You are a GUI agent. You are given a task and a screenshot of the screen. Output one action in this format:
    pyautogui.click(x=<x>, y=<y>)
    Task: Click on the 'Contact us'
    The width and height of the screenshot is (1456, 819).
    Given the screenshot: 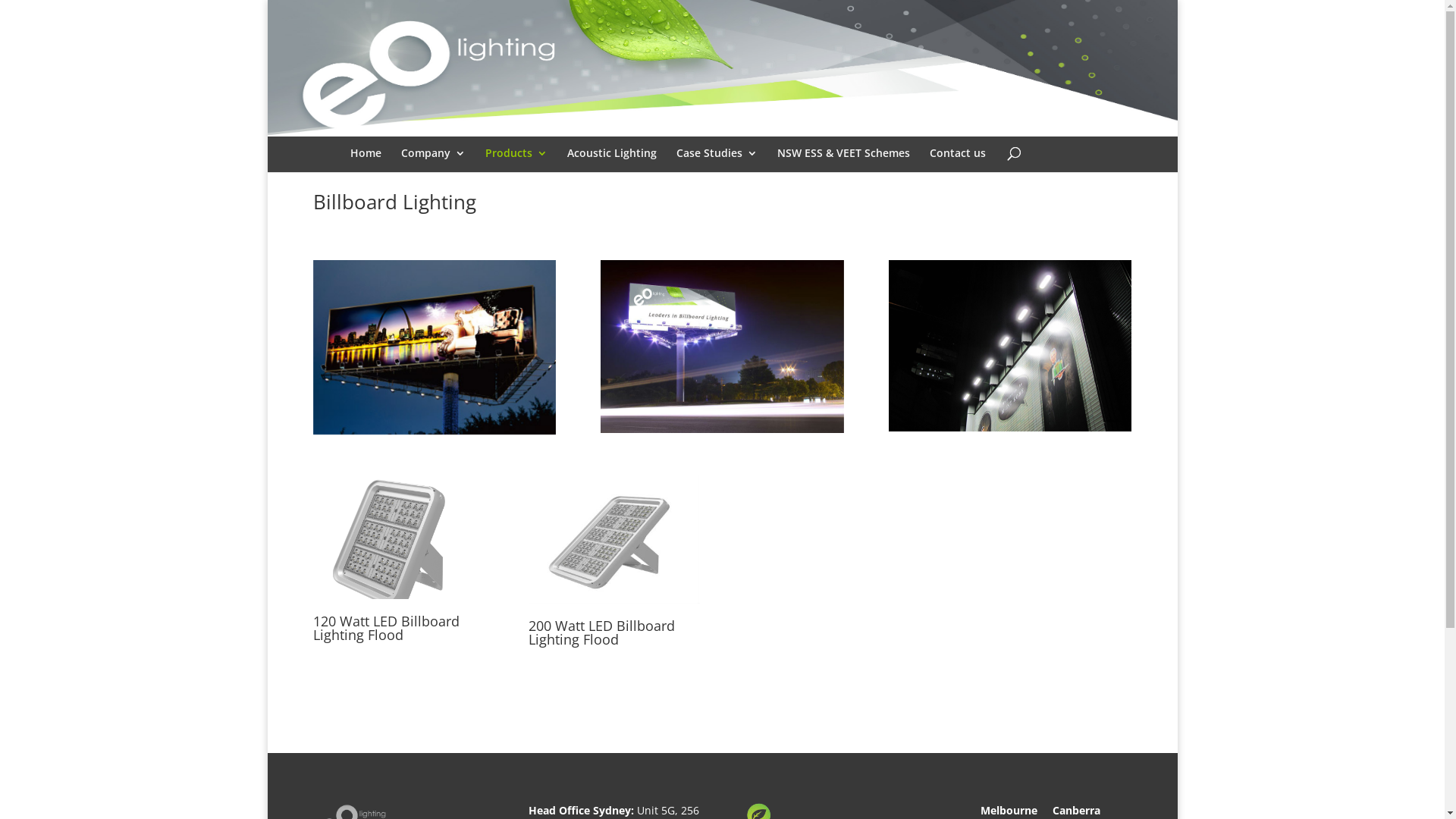 What is the action you would take?
    pyautogui.click(x=956, y=164)
    